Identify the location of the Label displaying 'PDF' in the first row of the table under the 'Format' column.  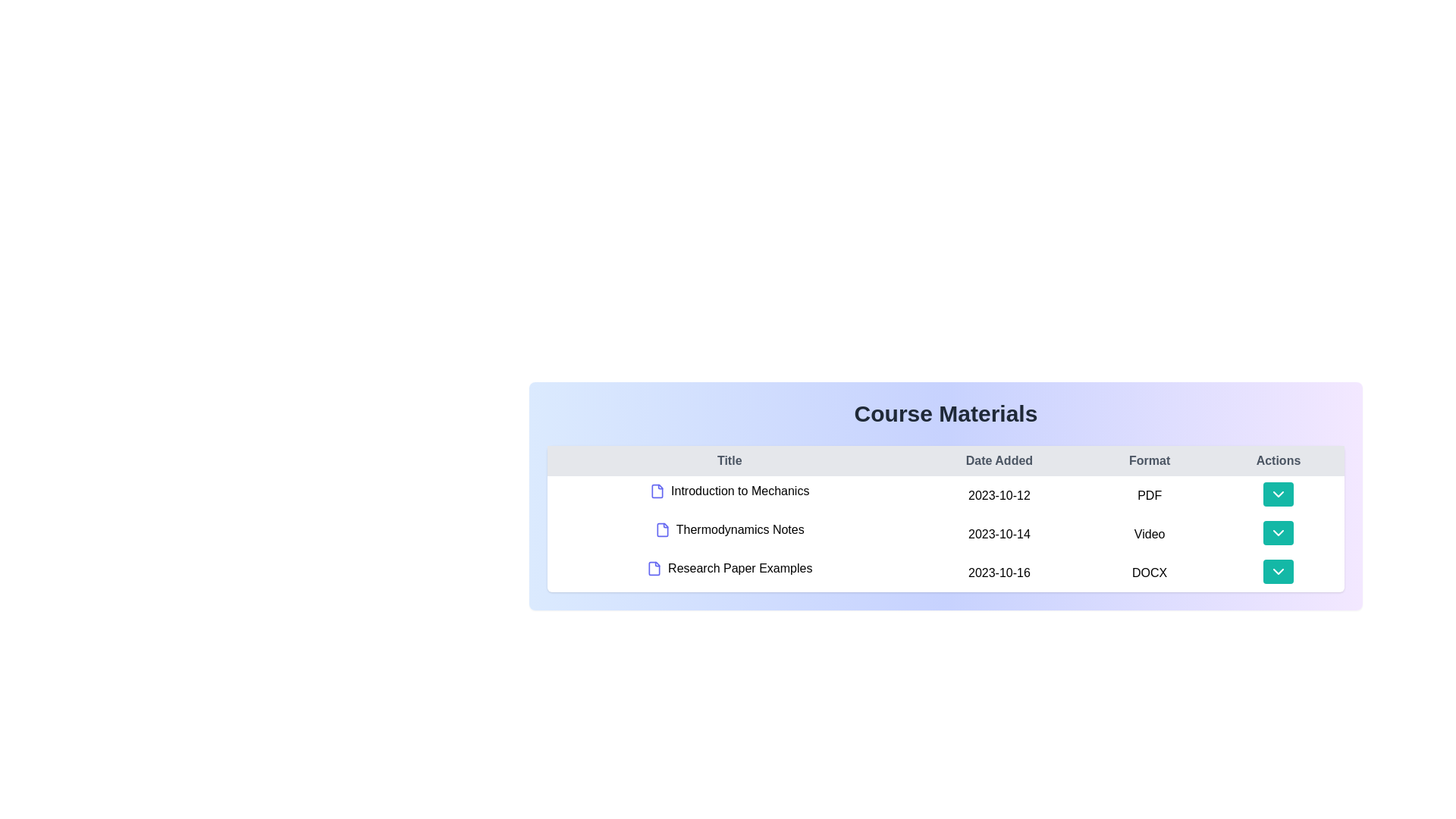
(1150, 495).